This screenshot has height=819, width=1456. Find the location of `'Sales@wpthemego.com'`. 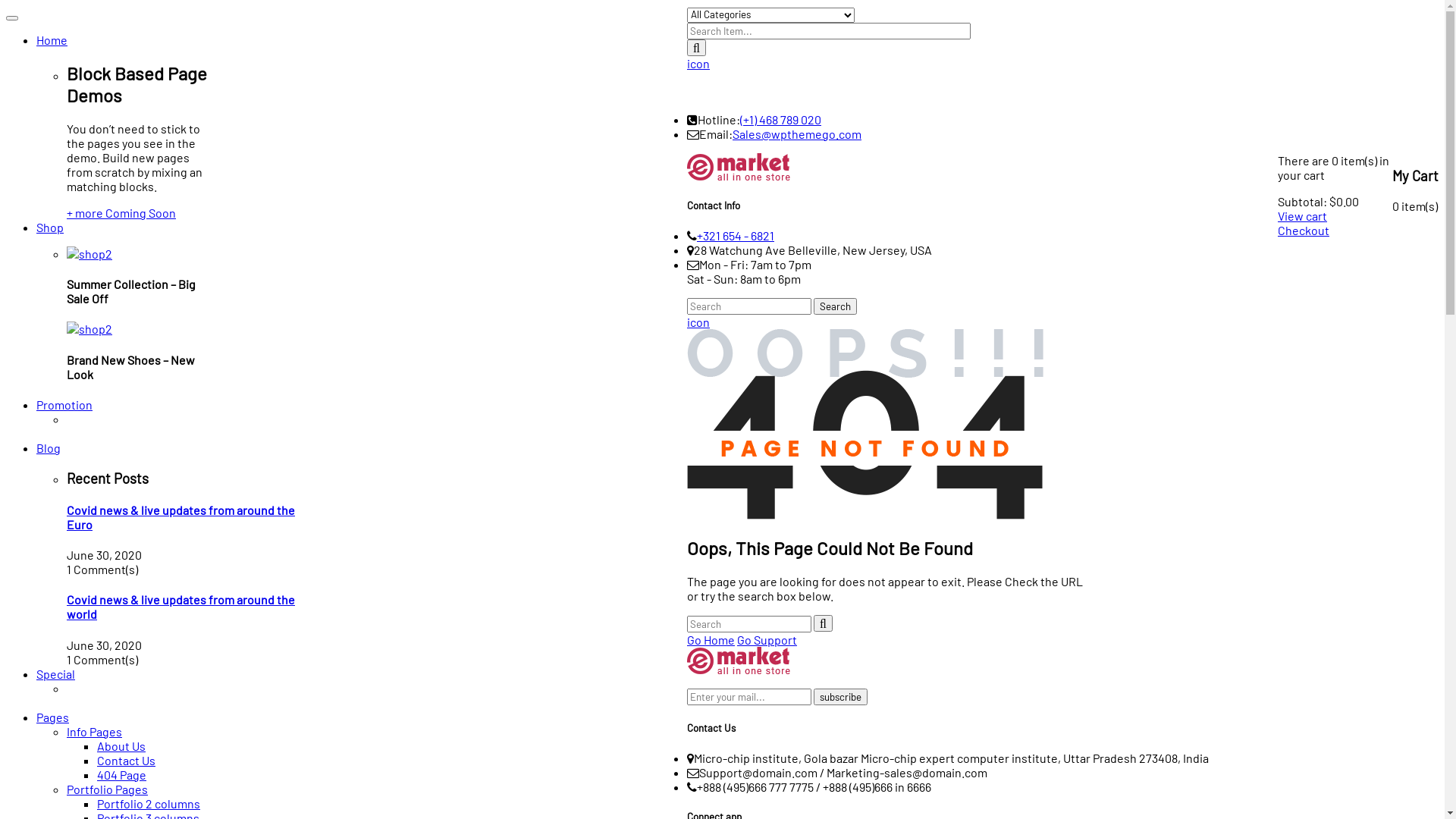

'Sales@wpthemego.com' is located at coordinates (796, 132).